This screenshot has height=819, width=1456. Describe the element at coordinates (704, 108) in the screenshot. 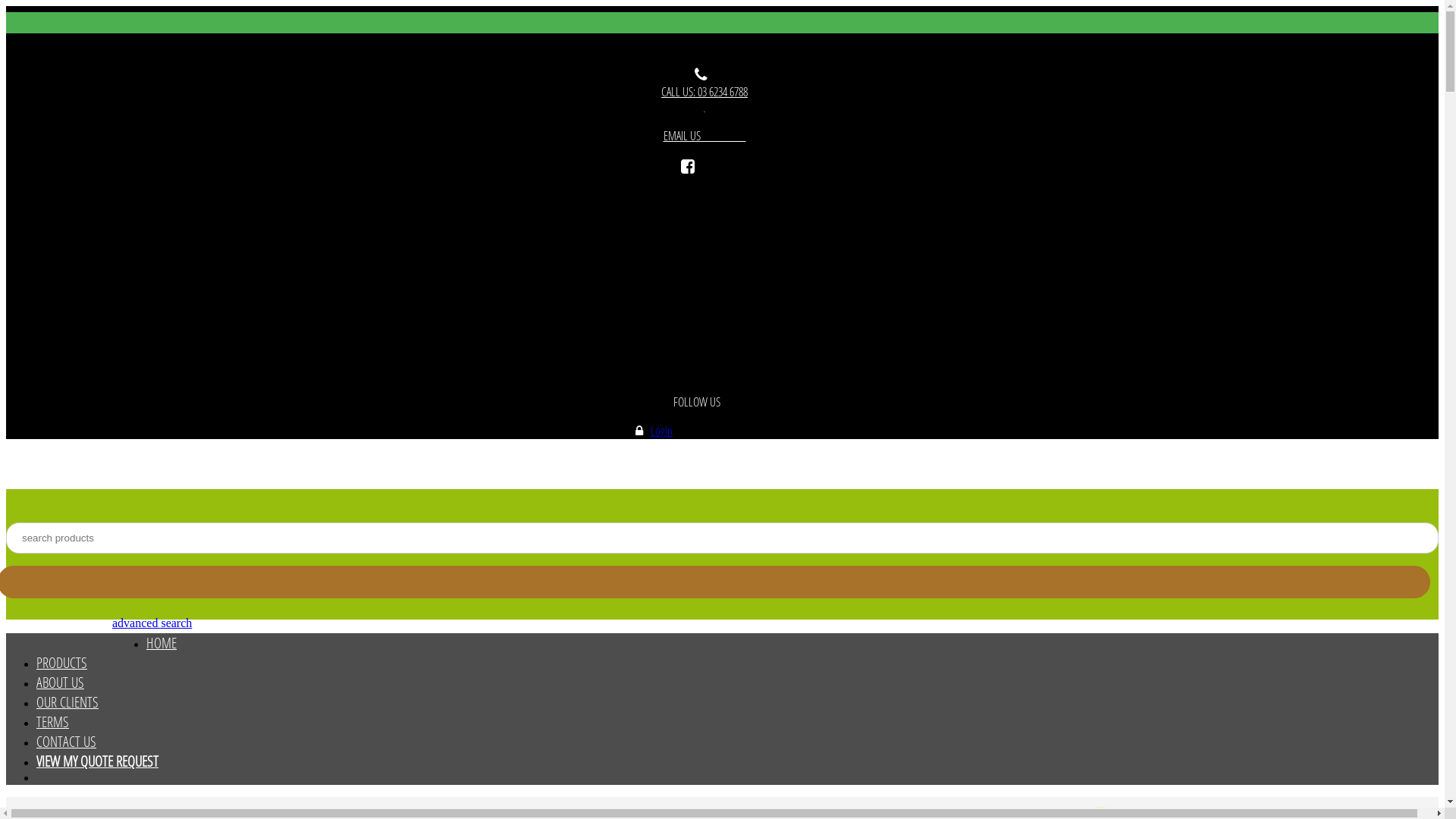

I see `' '` at that location.